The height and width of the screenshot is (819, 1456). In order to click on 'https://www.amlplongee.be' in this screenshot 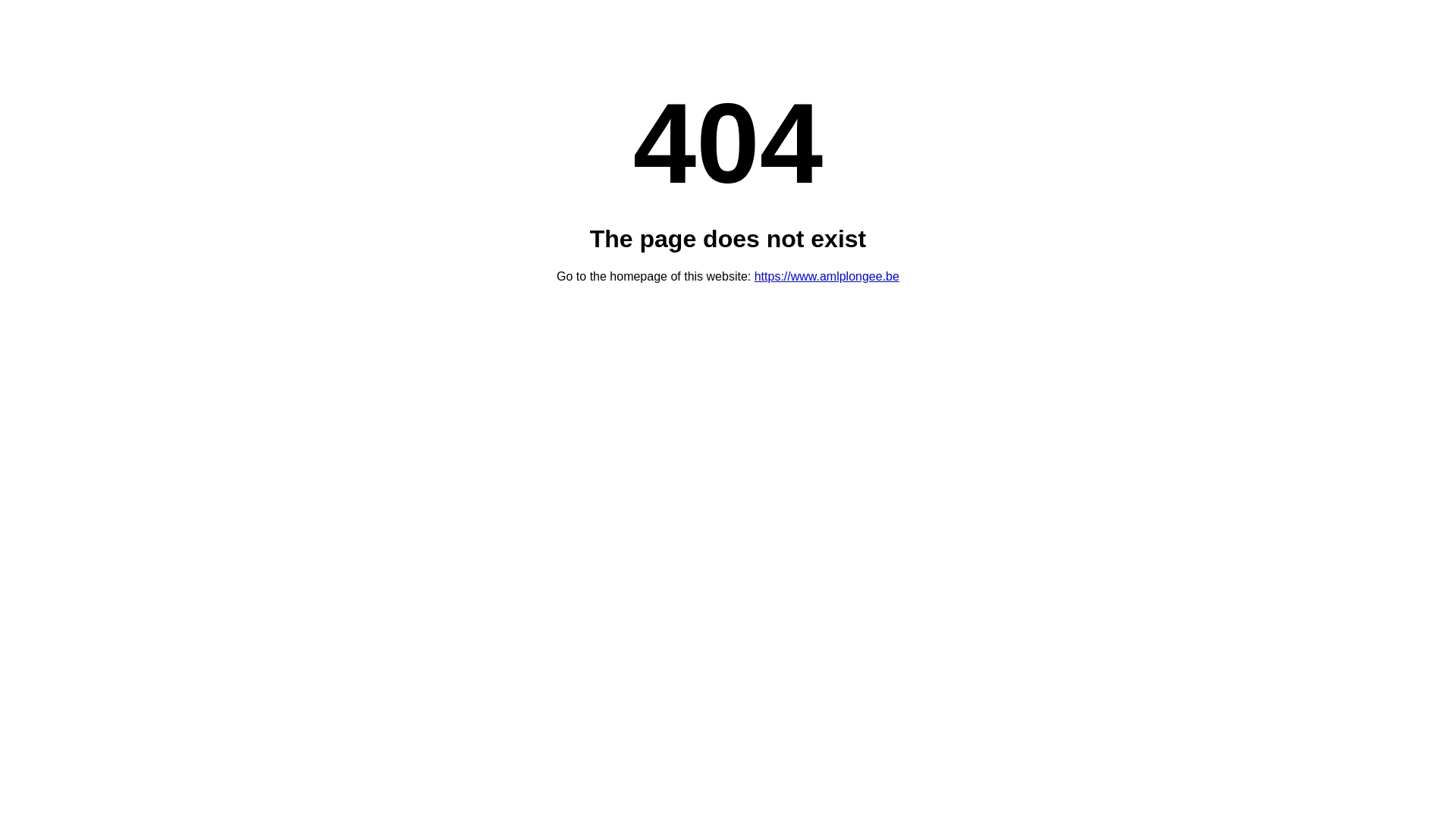, I will do `click(826, 276)`.